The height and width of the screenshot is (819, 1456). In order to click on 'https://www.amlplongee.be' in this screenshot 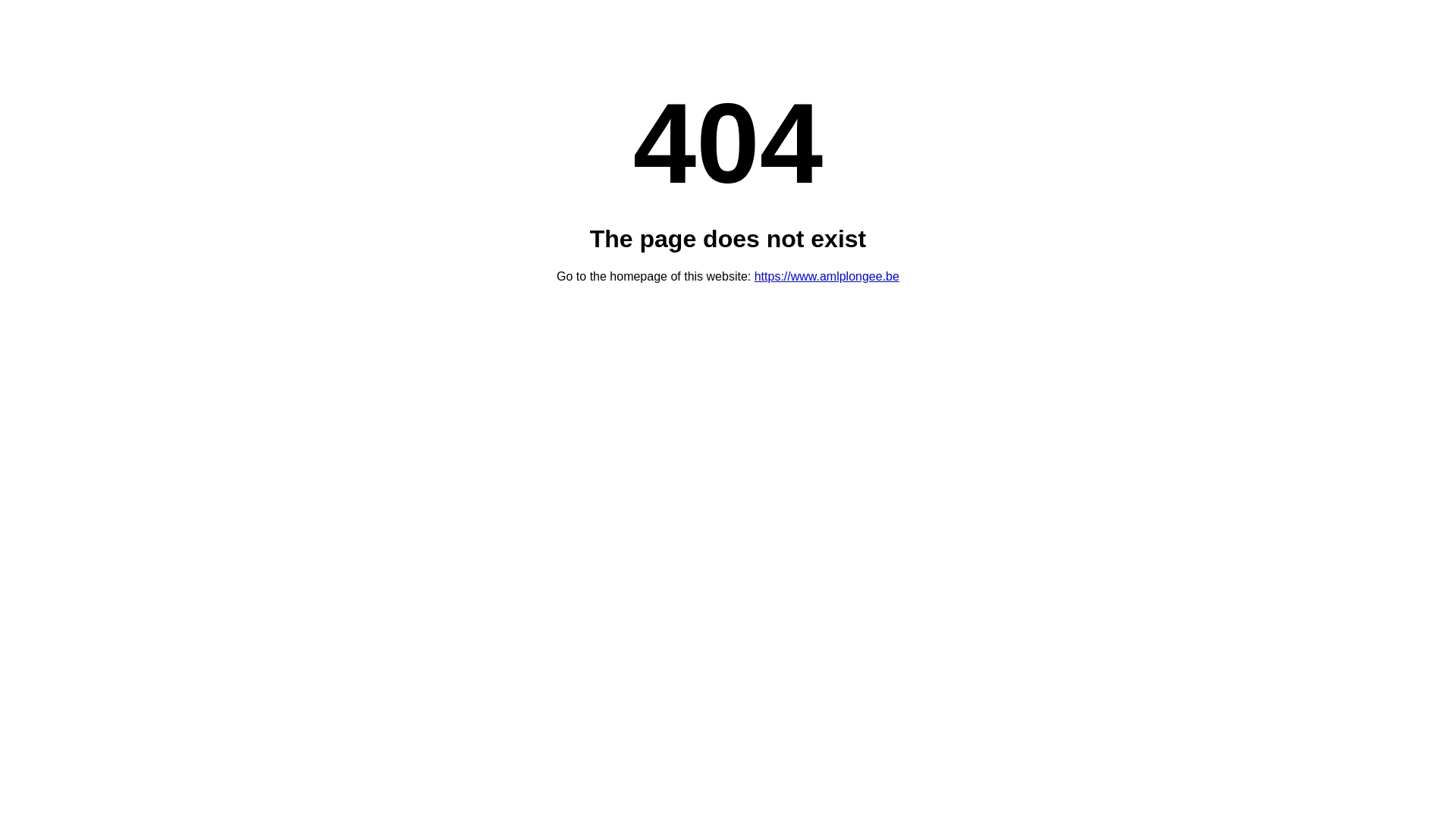, I will do `click(826, 276)`.